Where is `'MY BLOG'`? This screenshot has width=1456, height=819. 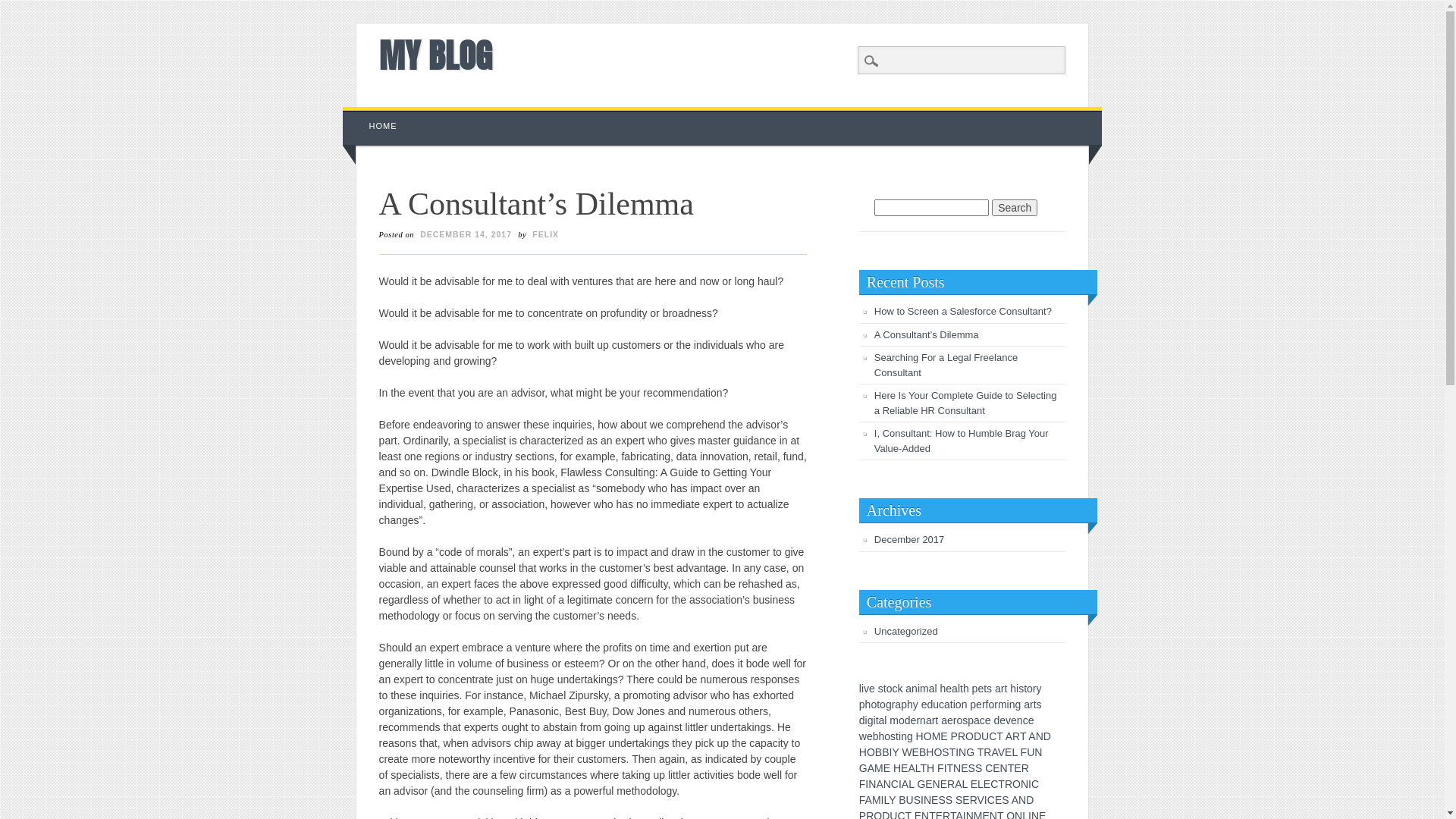
'MY BLOG' is located at coordinates (435, 55).